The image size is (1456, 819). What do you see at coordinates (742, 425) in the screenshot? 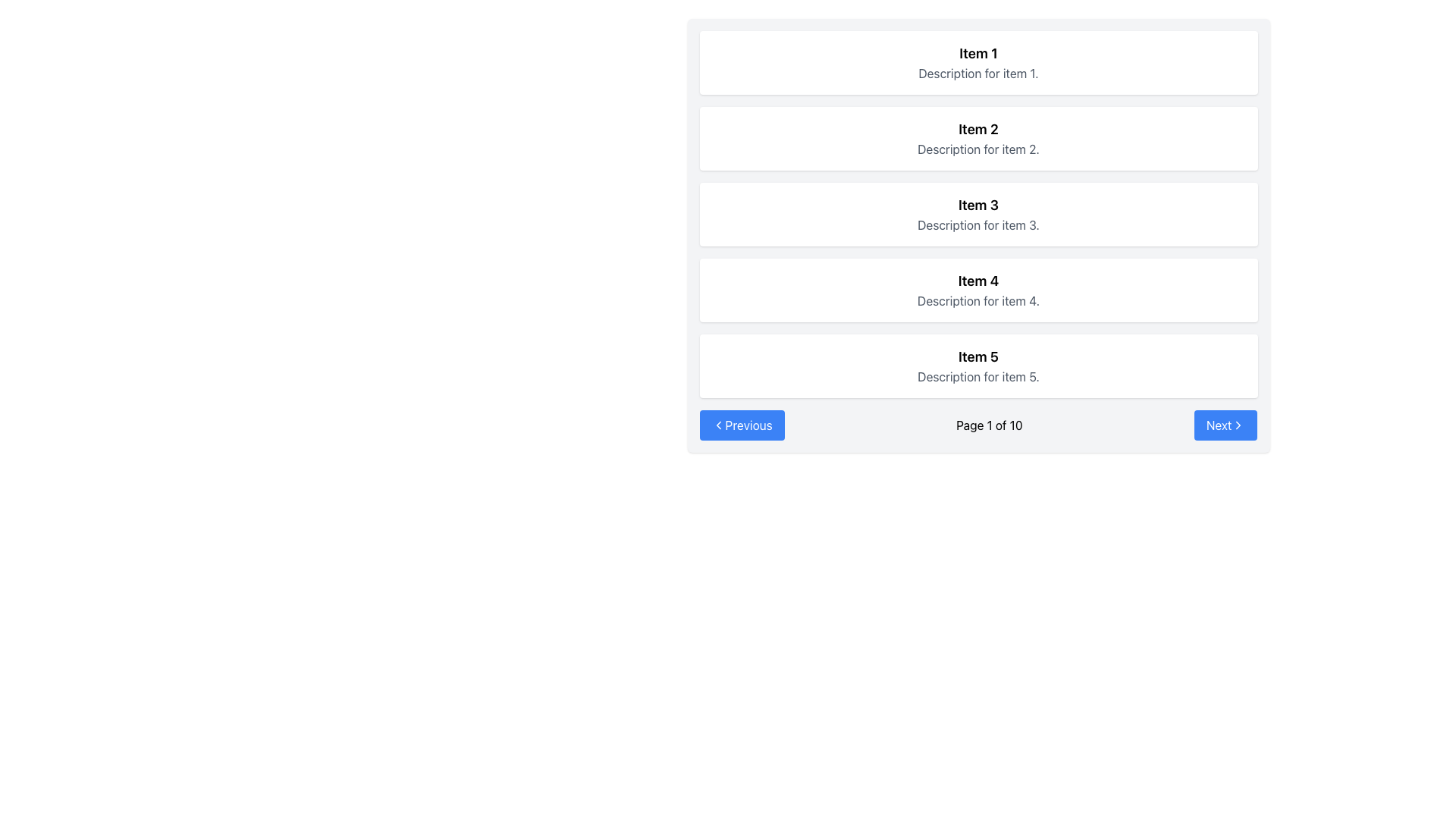
I see `the navigation button located at the bottom-left of the navigation group to go to the previous page` at bounding box center [742, 425].